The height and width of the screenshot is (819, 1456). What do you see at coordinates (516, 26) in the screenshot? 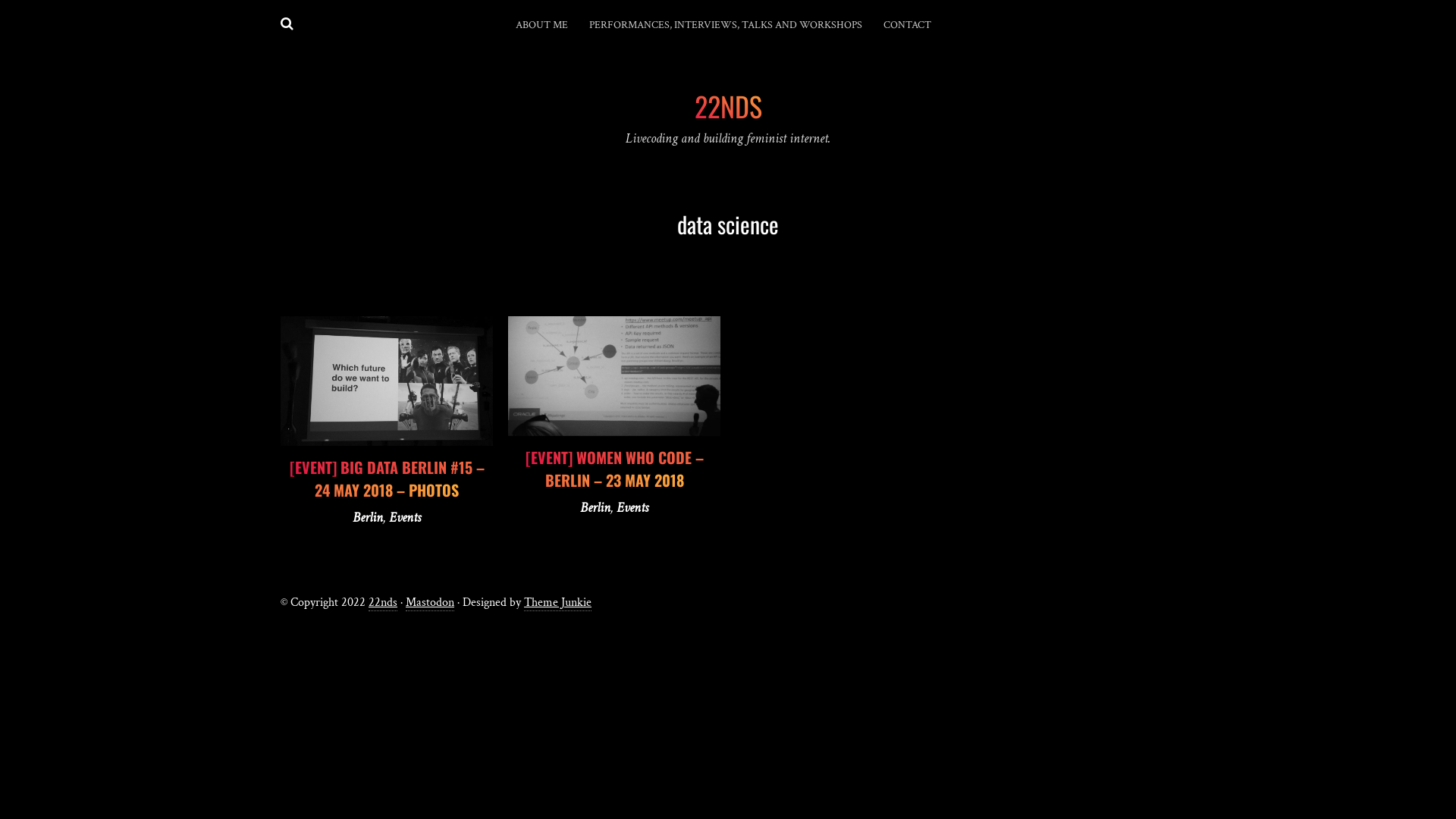
I see `'ABOUT ME'` at bounding box center [516, 26].